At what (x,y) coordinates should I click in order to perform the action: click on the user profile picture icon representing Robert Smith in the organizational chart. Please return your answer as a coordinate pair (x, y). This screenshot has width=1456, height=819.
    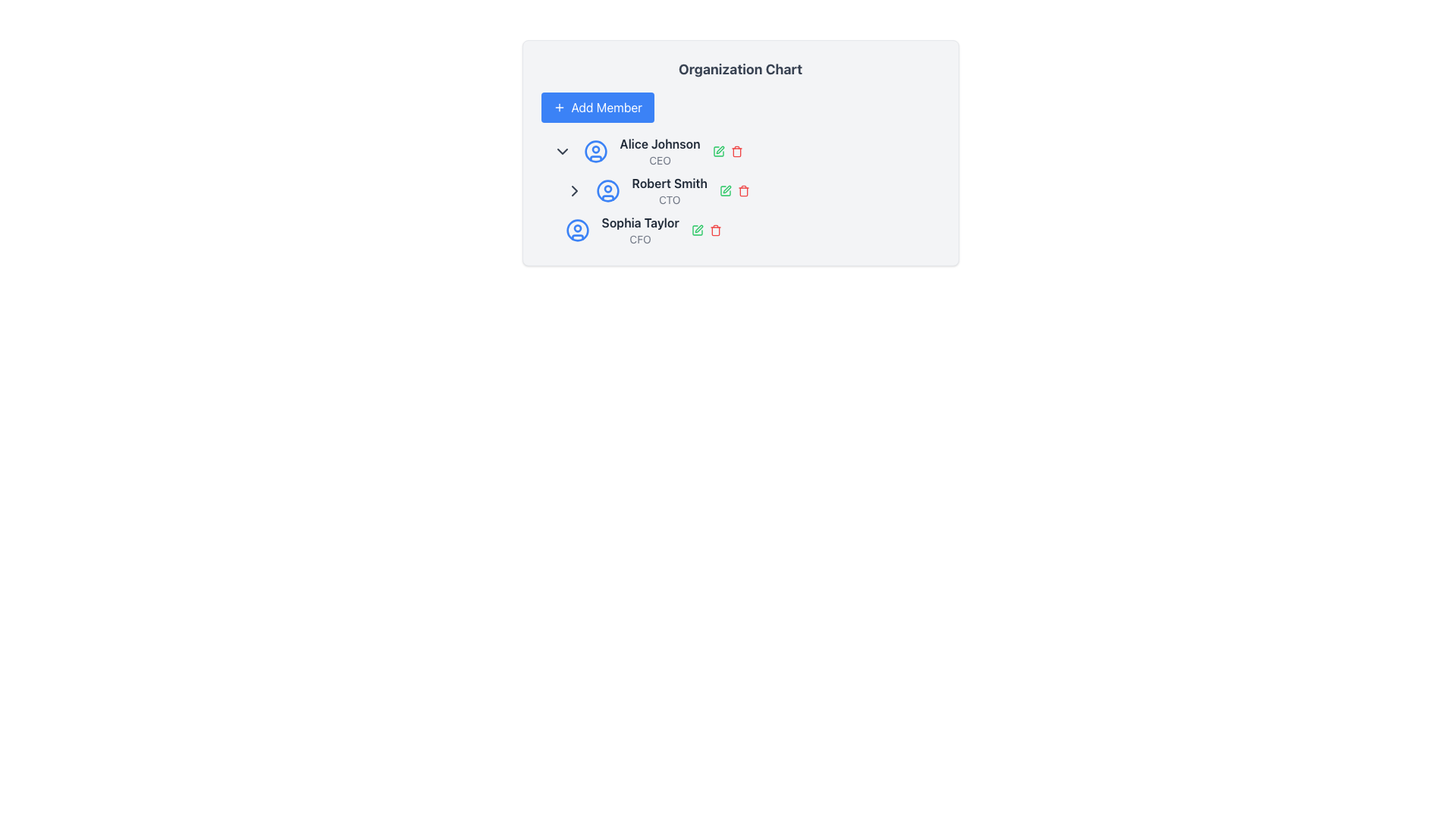
    Looking at the image, I should click on (607, 190).